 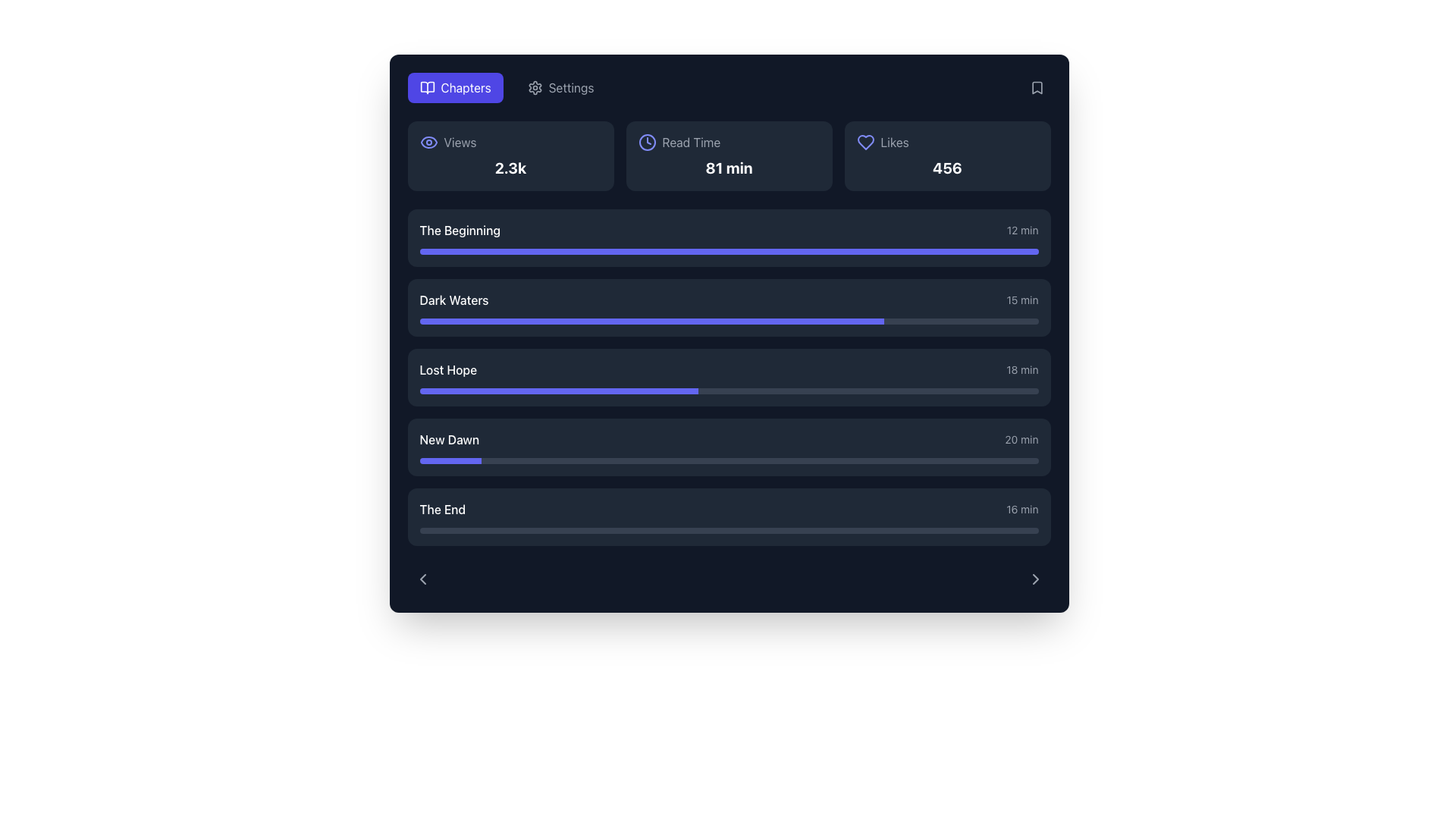 What do you see at coordinates (426, 87) in the screenshot?
I see `the SVG icon resembling an open book located within the 'Chapters' button on the left side of the top navigation bar` at bounding box center [426, 87].